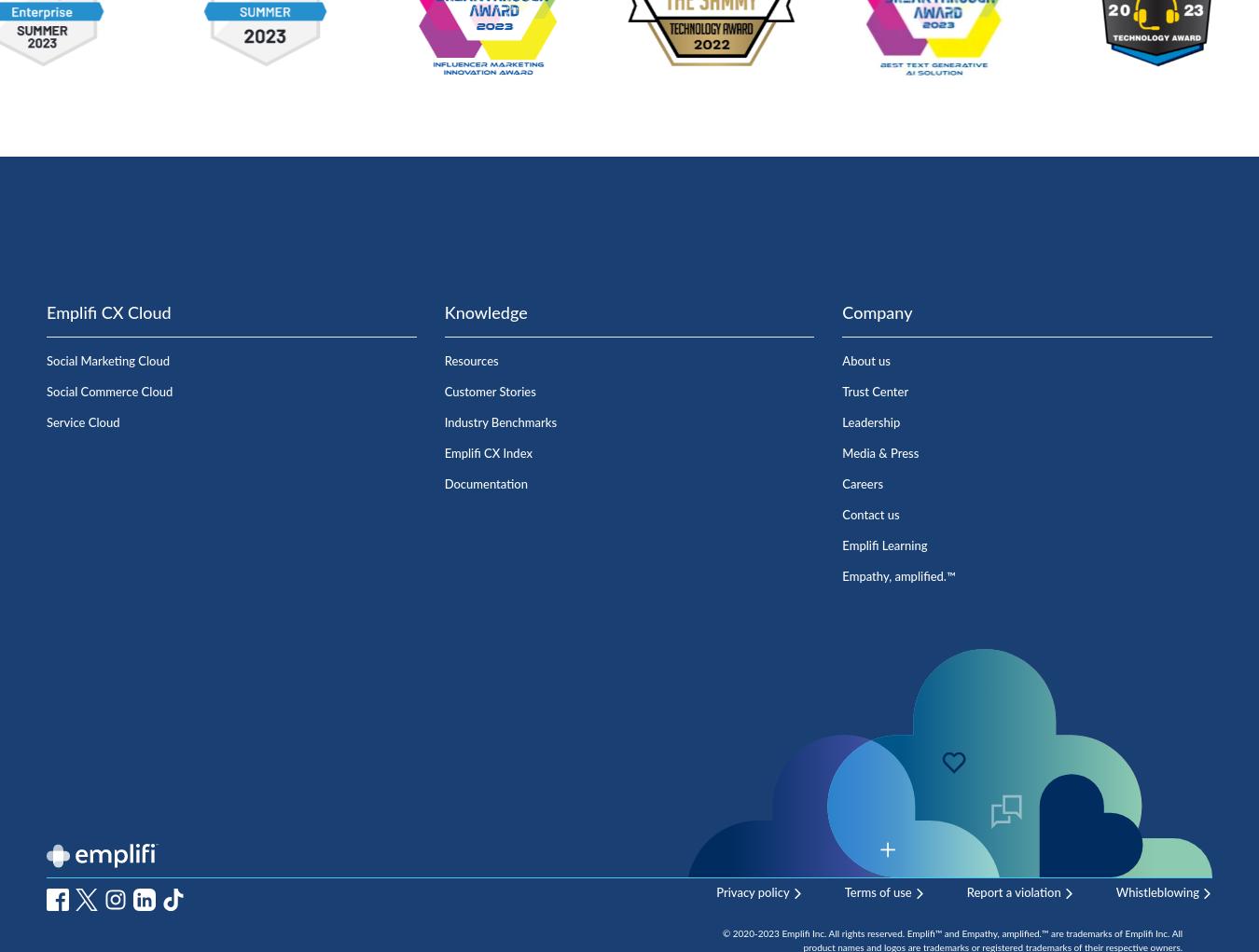 The image size is (1259, 952). I want to click on 'Leadership', so click(841, 422).